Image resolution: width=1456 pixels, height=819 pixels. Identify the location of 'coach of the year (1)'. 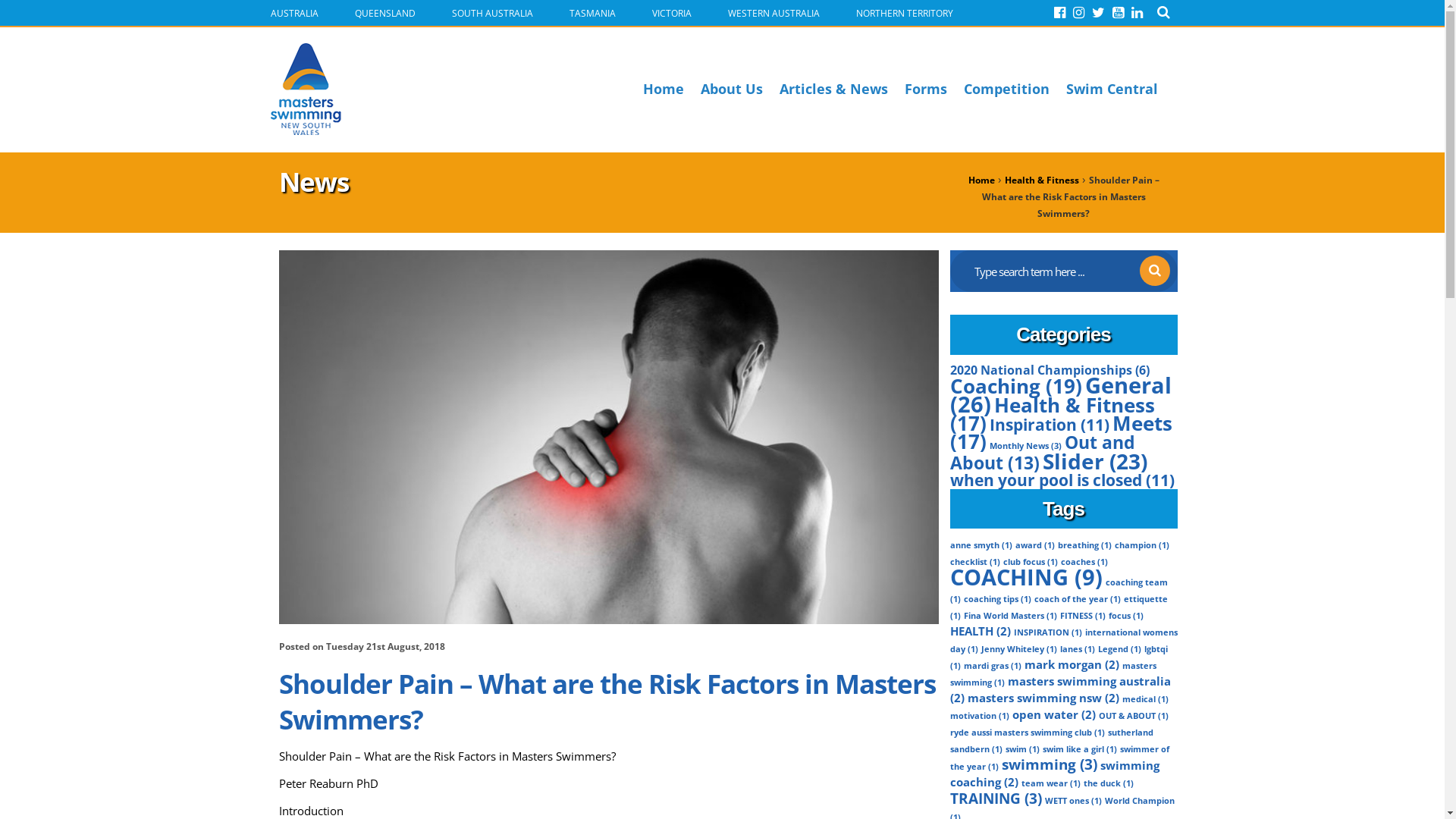
(1076, 598).